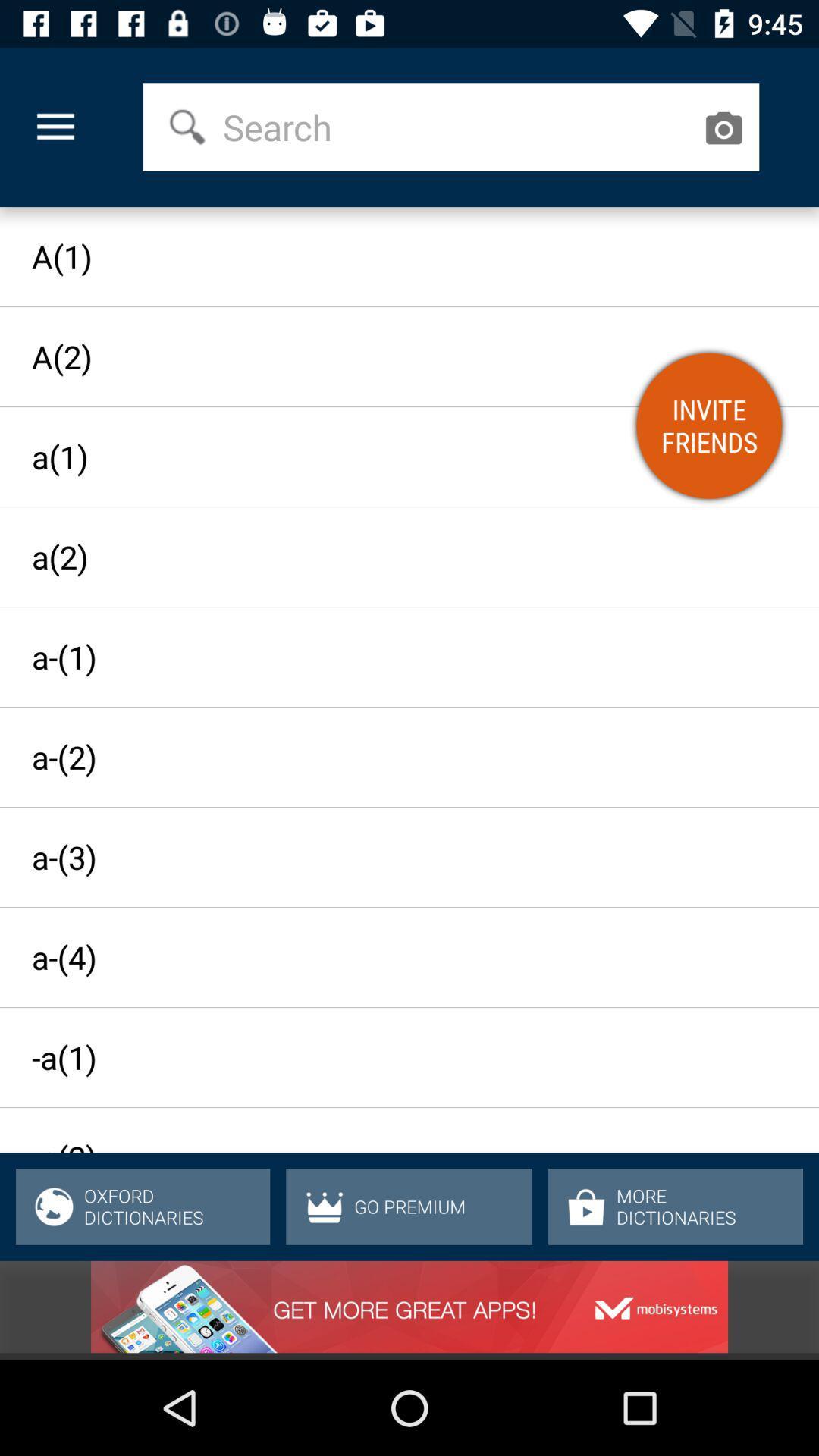 This screenshot has height=1456, width=819. I want to click on the item above the a(2), so click(709, 425).